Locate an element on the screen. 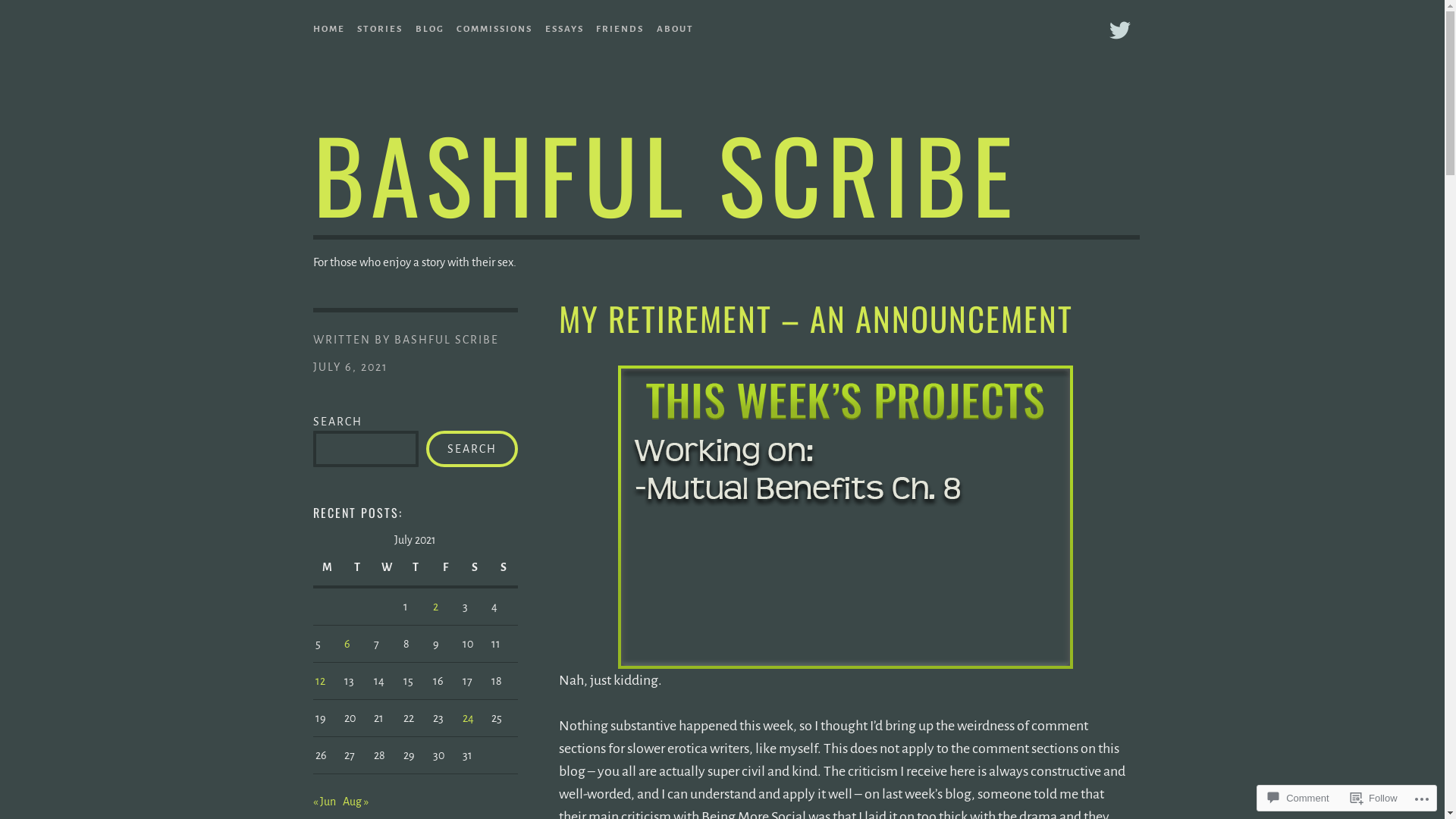  'Comment' is located at coordinates (1262, 797).